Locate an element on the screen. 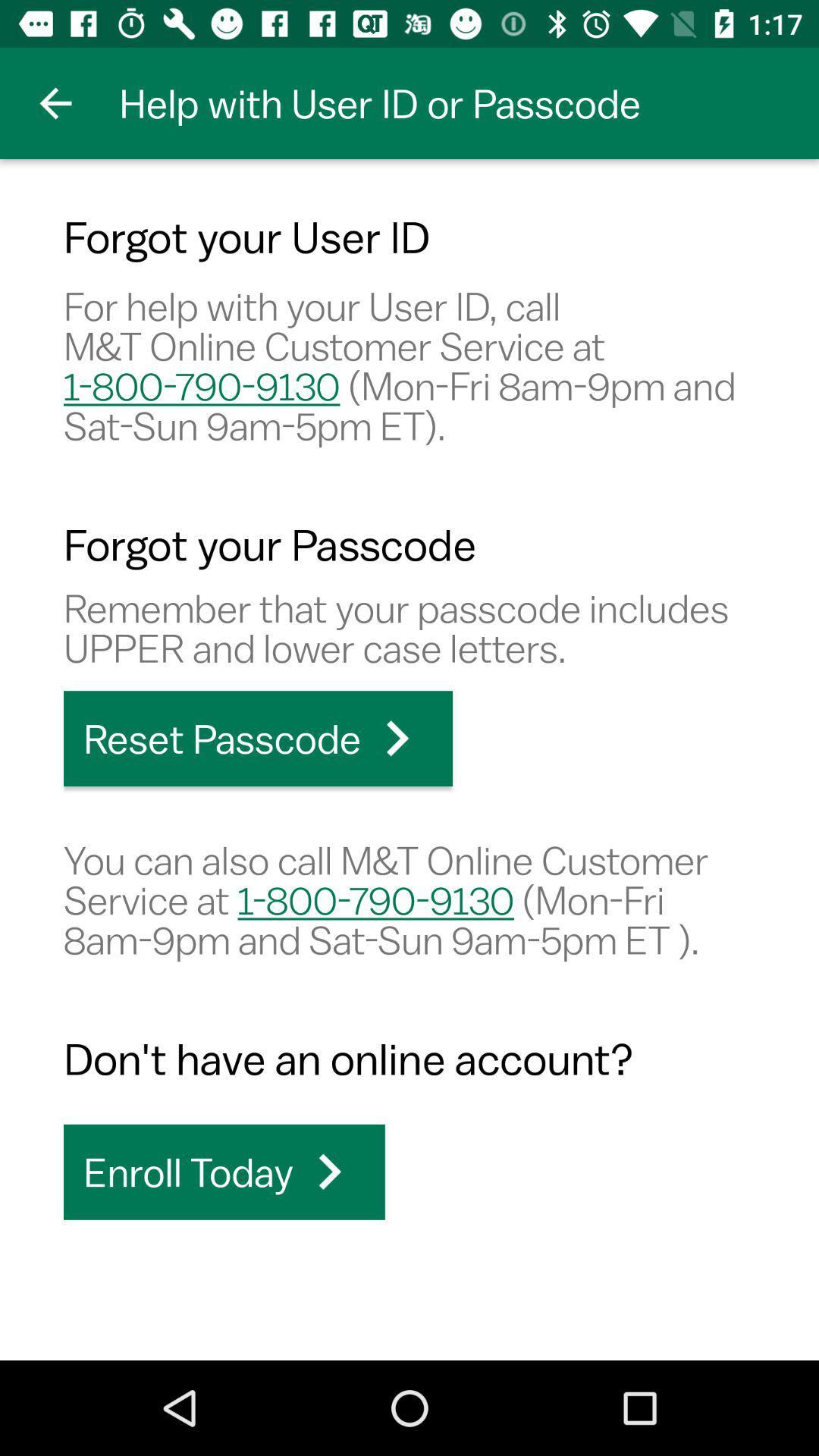 The height and width of the screenshot is (1456, 819). the icon on the left is located at coordinates (257, 739).